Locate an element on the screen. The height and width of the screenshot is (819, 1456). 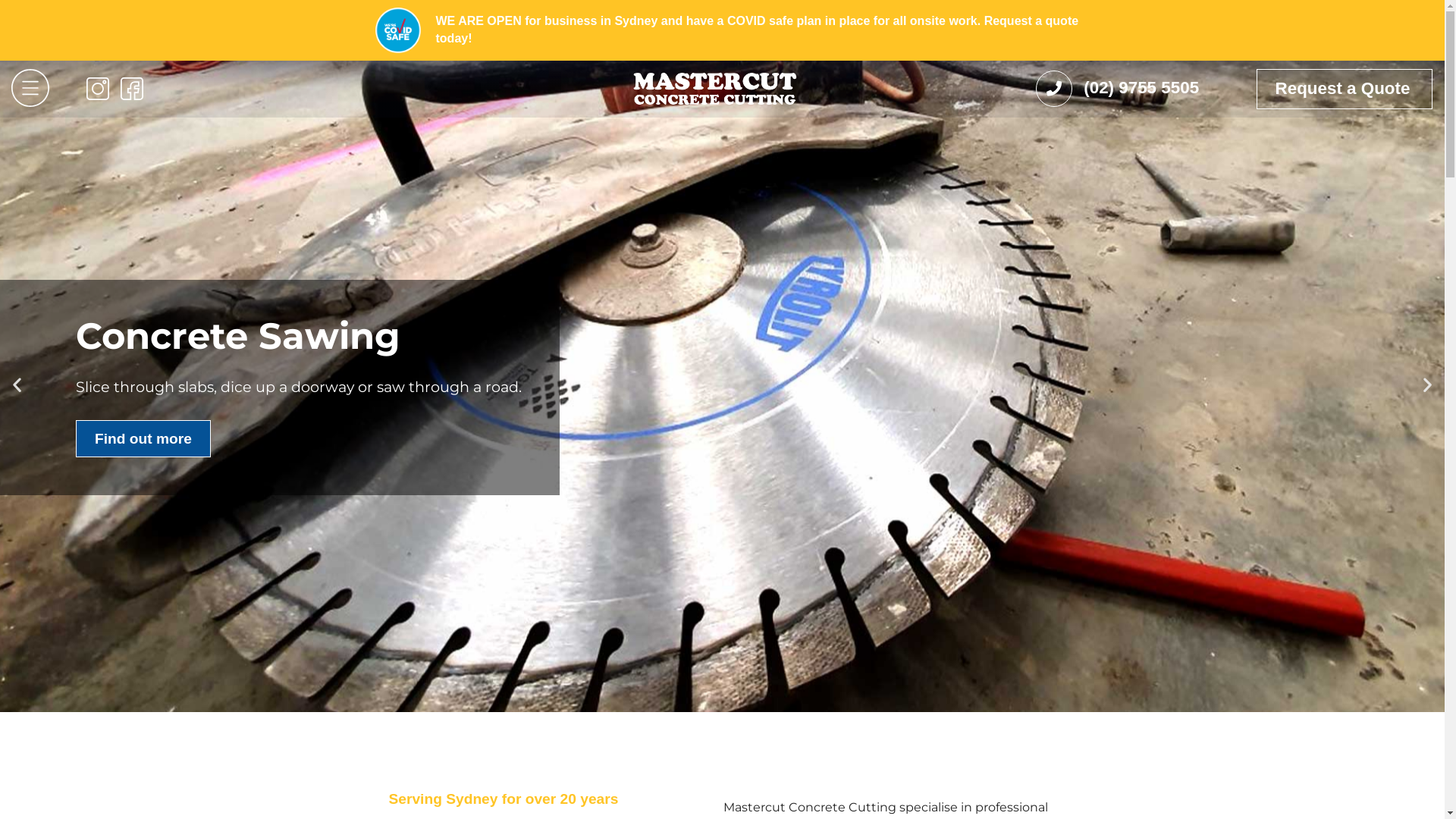
'Request a Quote' is located at coordinates (1345, 89).